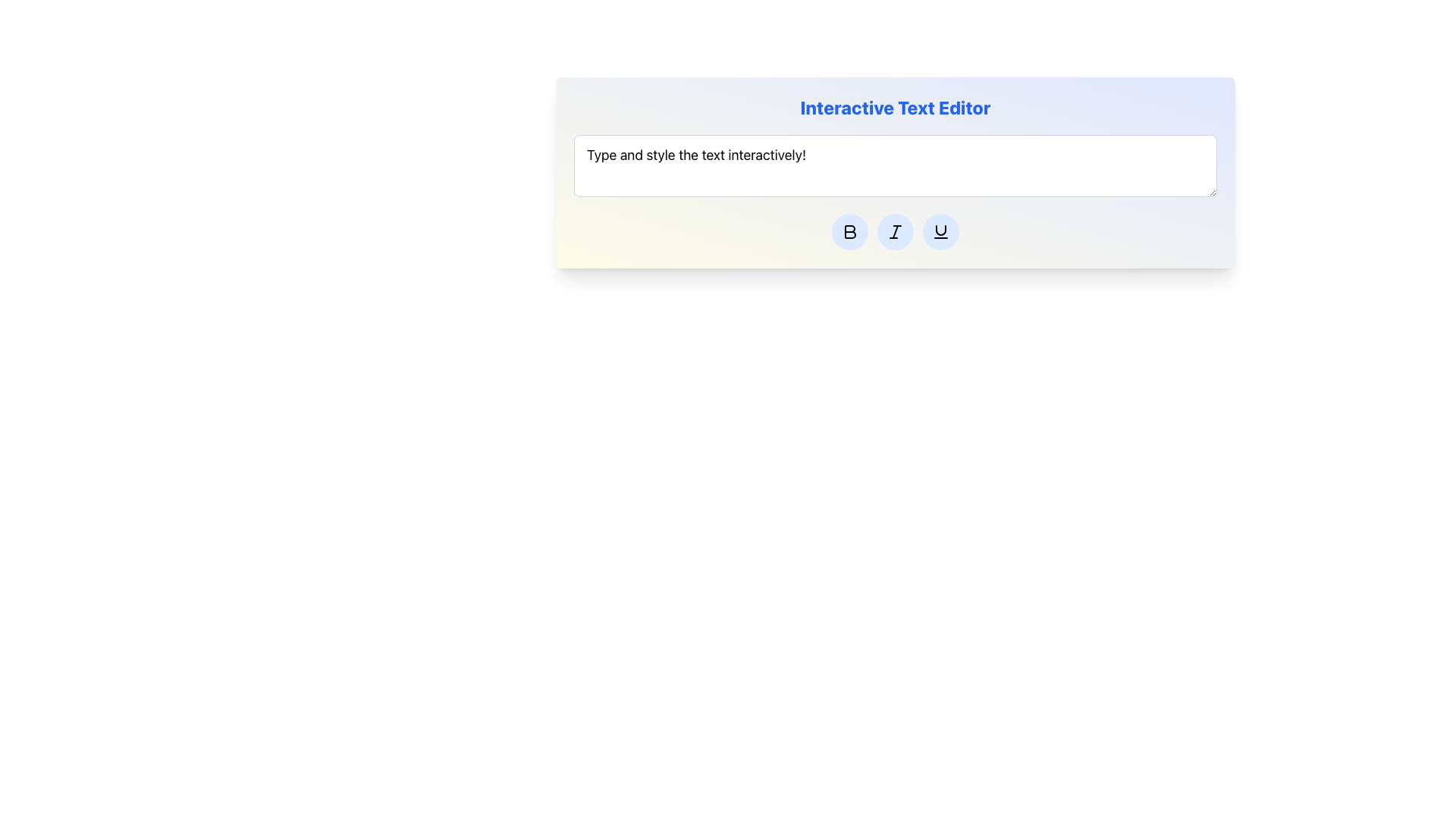 The width and height of the screenshot is (1456, 819). Describe the element at coordinates (895, 231) in the screenshot. I see `the stylized 'Italic' icon button, which is represented by a slanted 'I' glyph` at that location.